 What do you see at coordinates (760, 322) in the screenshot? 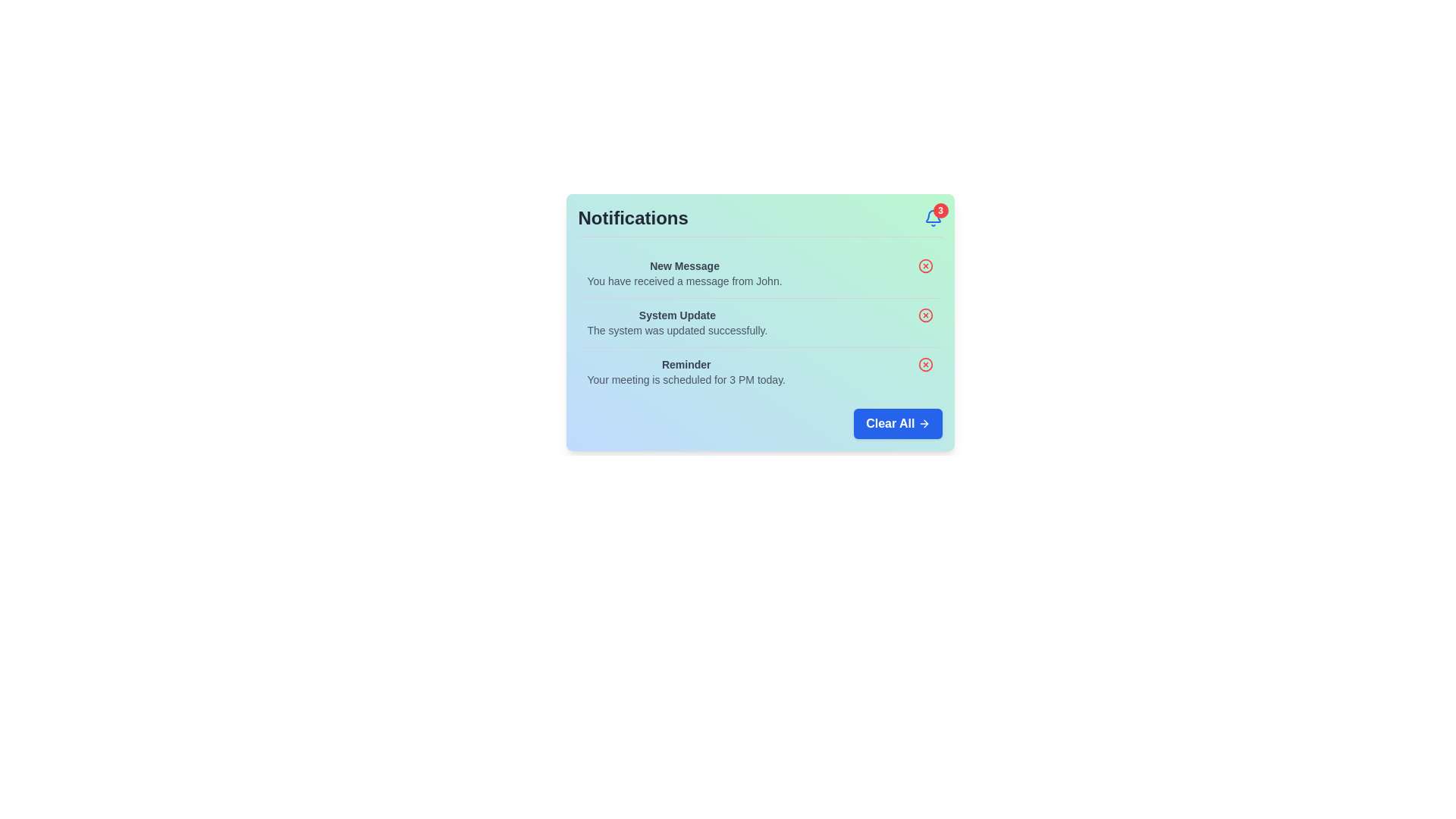
I see `the notification items within the Notification Card that features a gradient background from green to blue, displaying bold titles and body text` at bounding box center [760, 322].